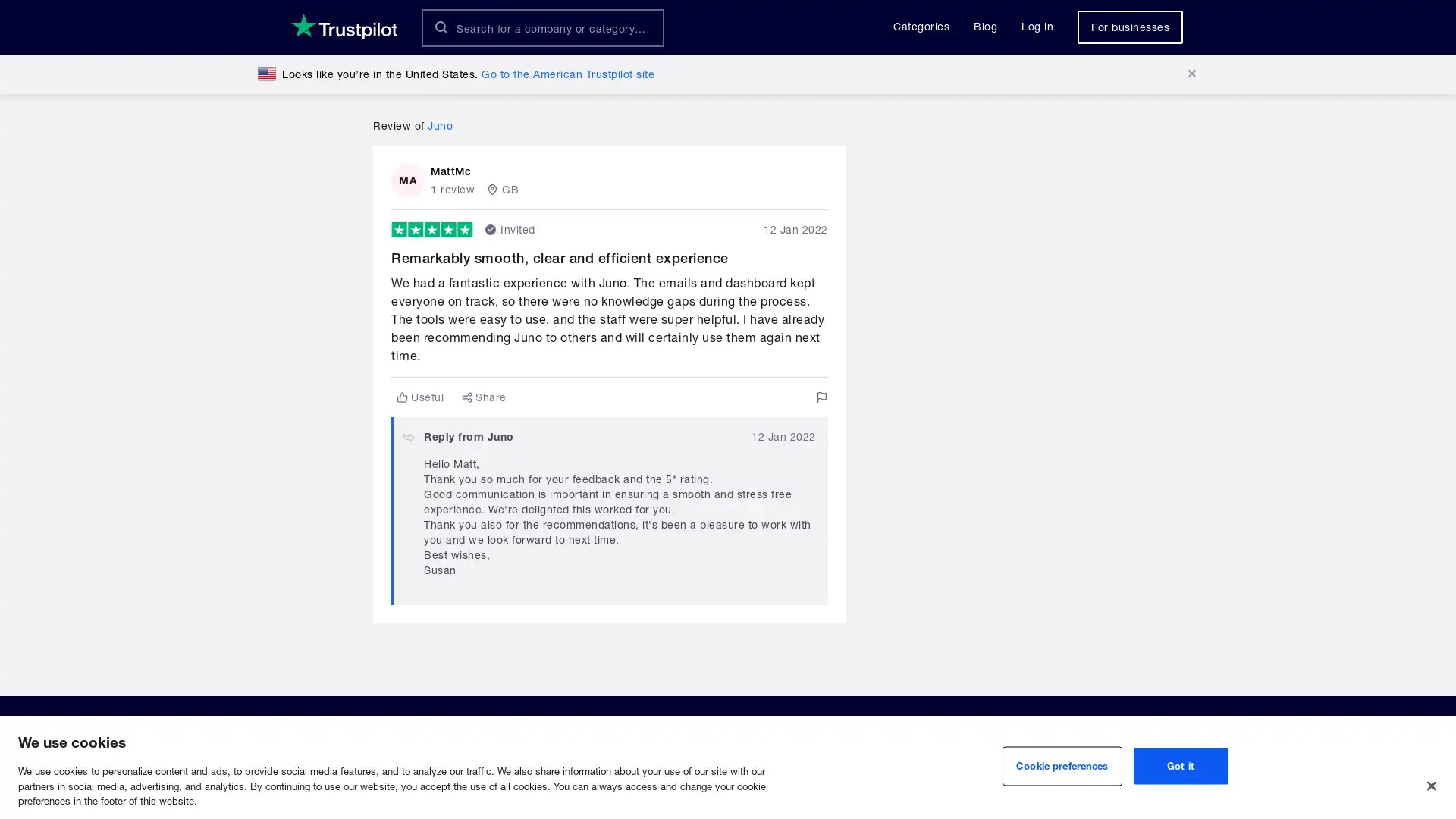 This screenshot has height=819, width=1456. What do you see at coordinates (1061, 766) in the screenshot?
I see `Cookie preferences` at bounding box center [1061, 766].